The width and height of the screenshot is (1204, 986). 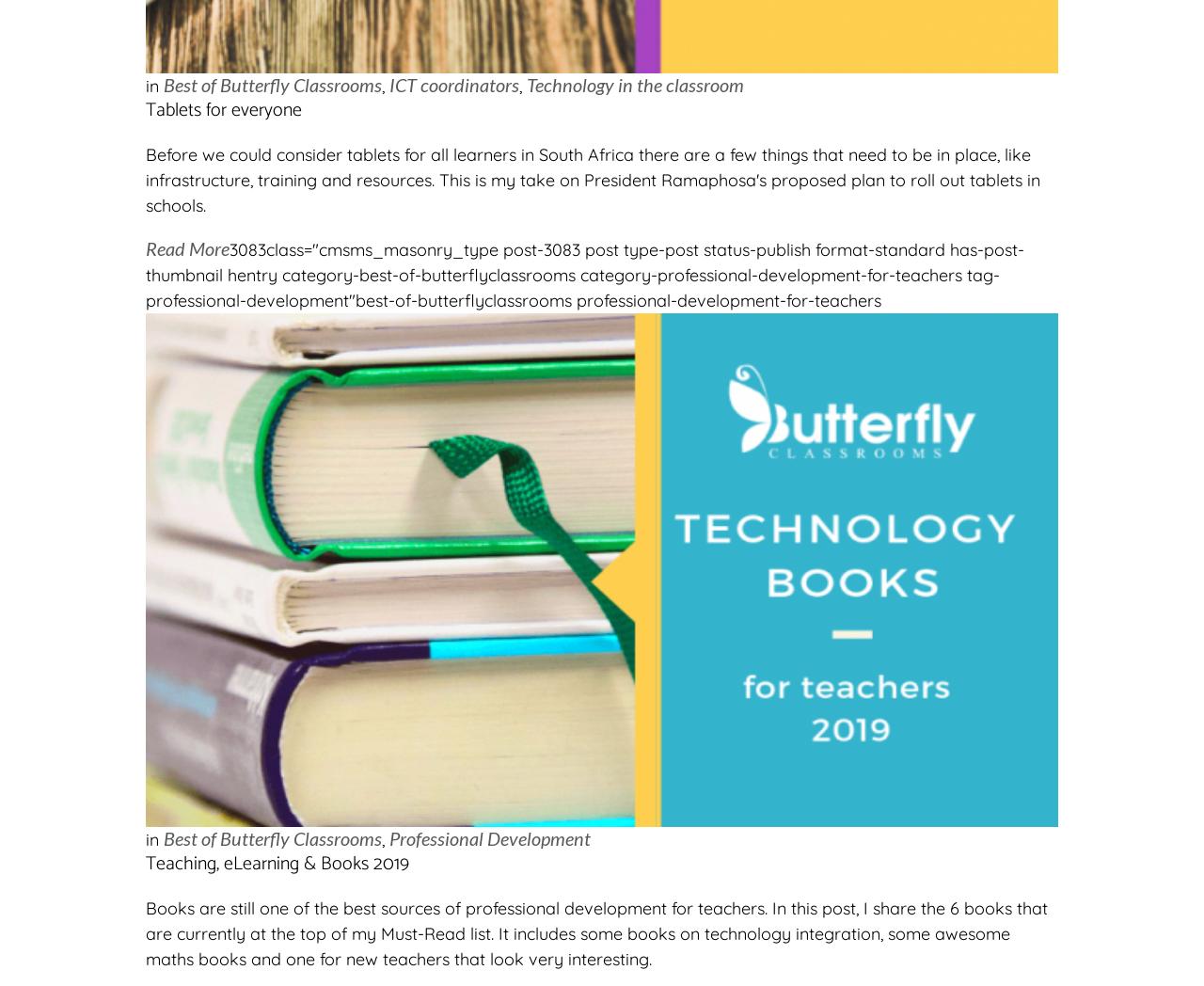 I want to click on 'Professional Development', so click(x=489, y=835).